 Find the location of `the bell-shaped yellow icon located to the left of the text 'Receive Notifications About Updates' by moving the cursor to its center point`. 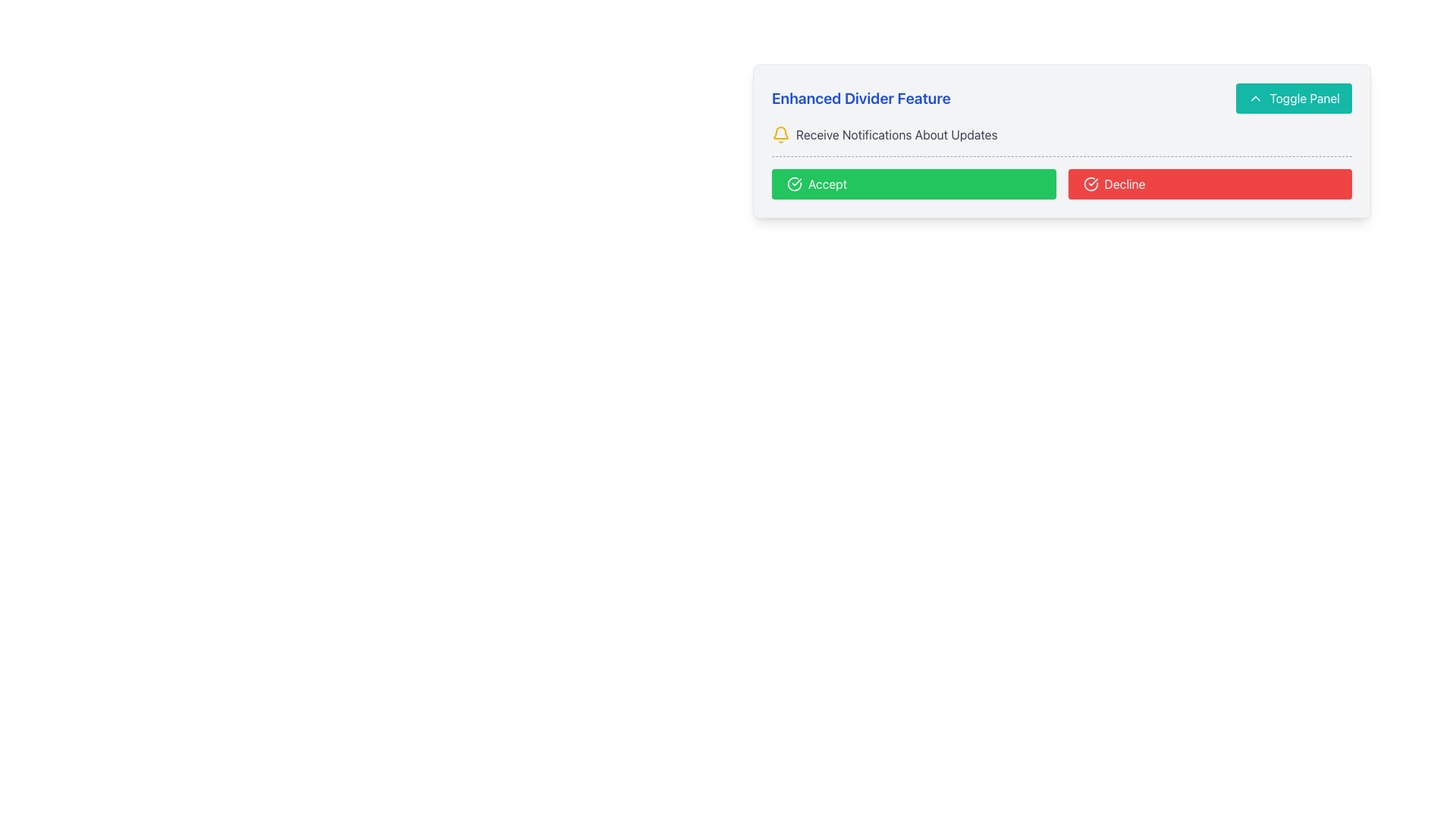

the bell-shaped yellow icon located to the left of the text 'Receive Notifications About Updates' by moving the cursor to its center point is located at coordinates (781, 133).